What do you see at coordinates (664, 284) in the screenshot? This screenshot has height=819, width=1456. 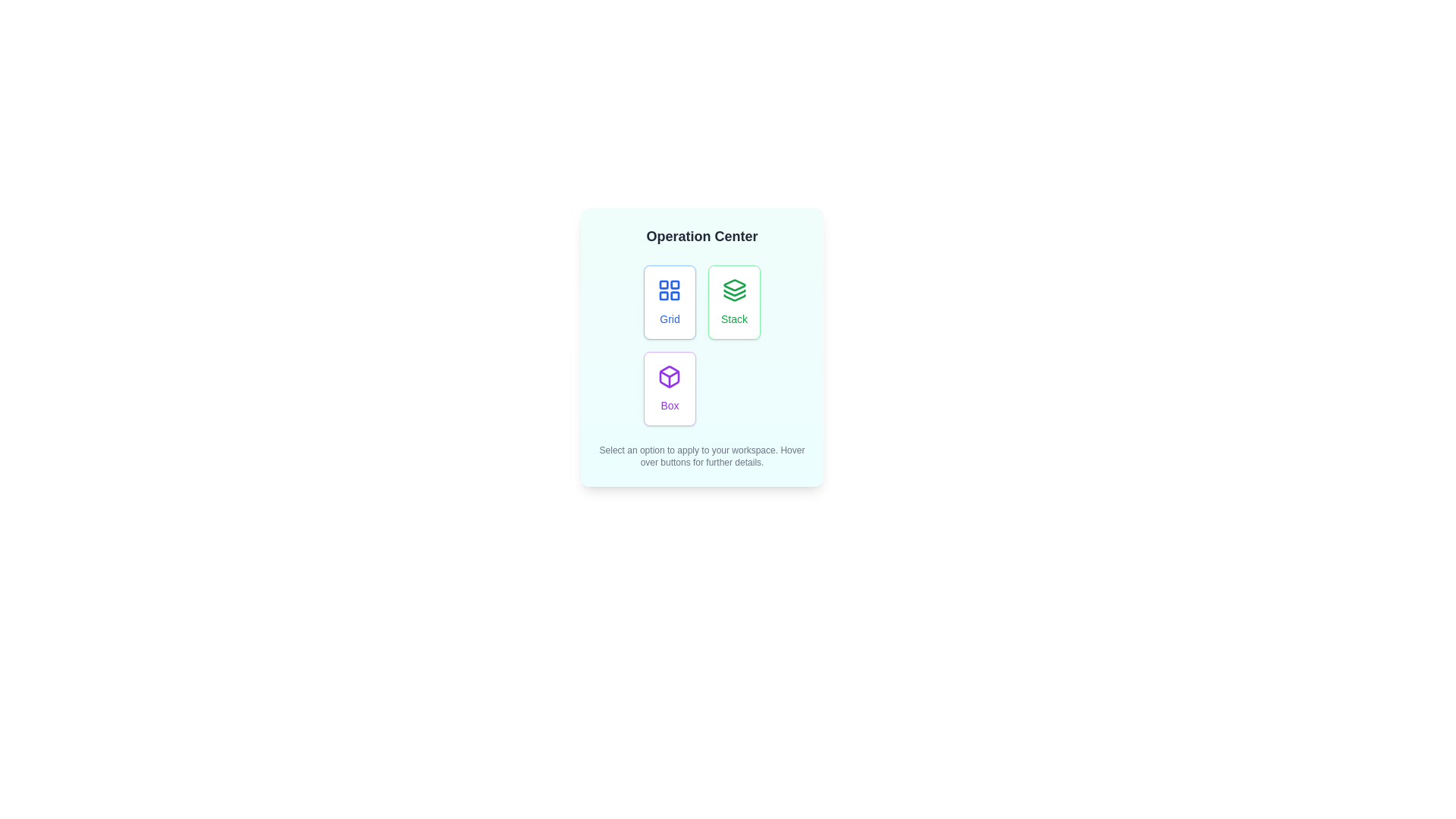 I see `the top-left rectangle of the grid button icon, which represents an option related to layout or grouping in the workspace` at bounding box center [664, 284].